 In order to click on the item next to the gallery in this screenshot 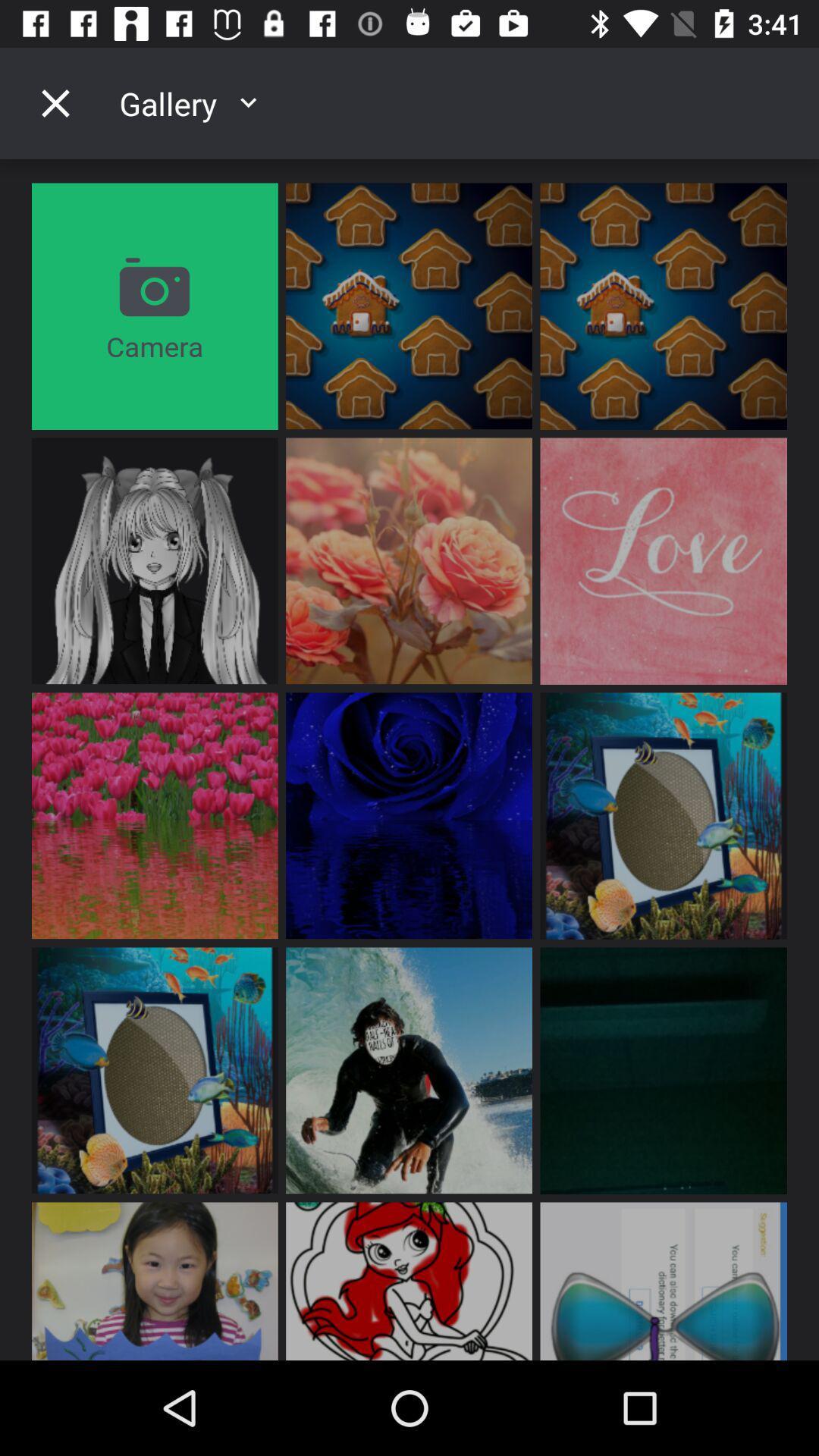, I will do `click(55, 102)`.